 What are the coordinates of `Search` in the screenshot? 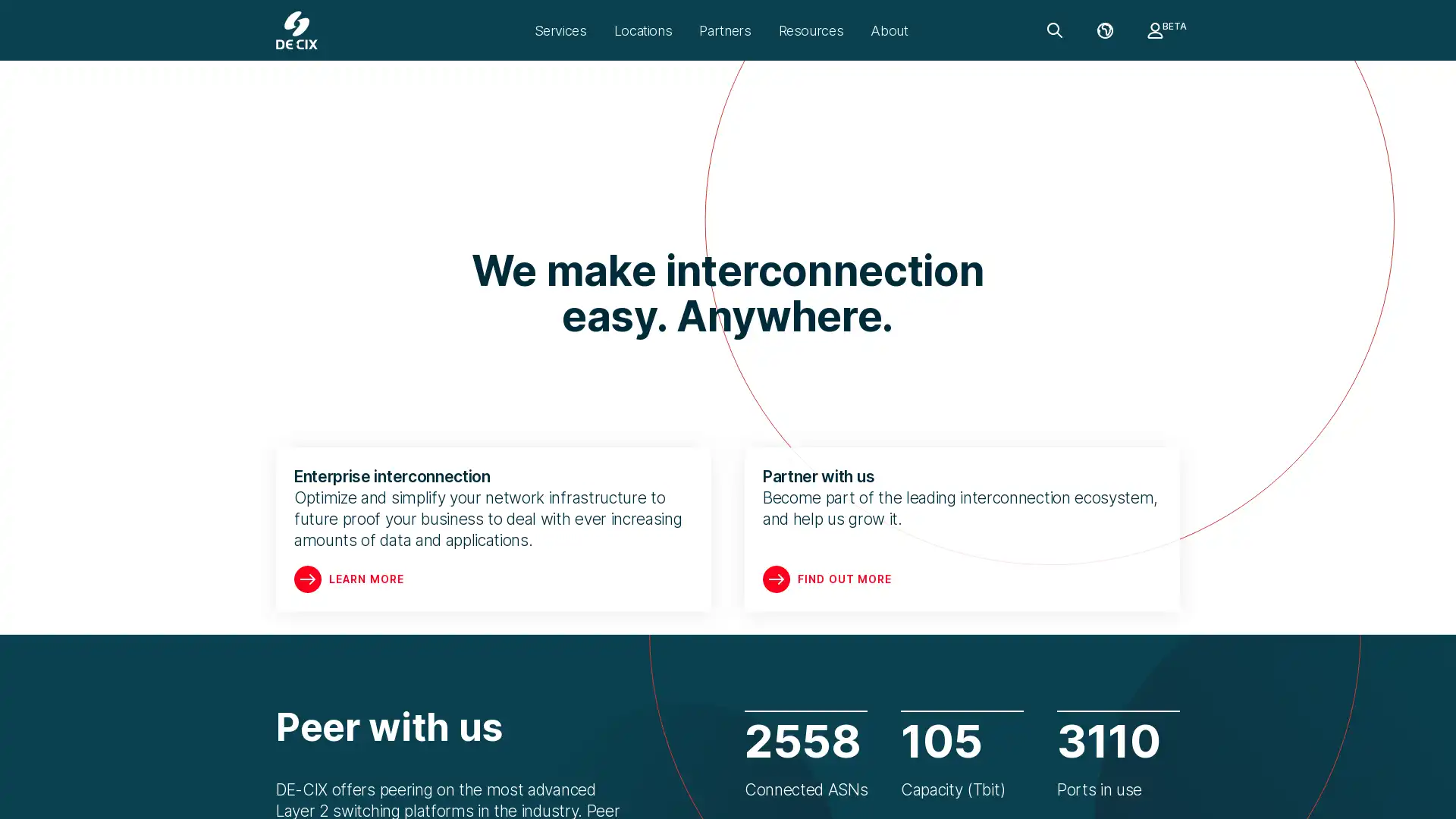 It's located at (1053, 30).